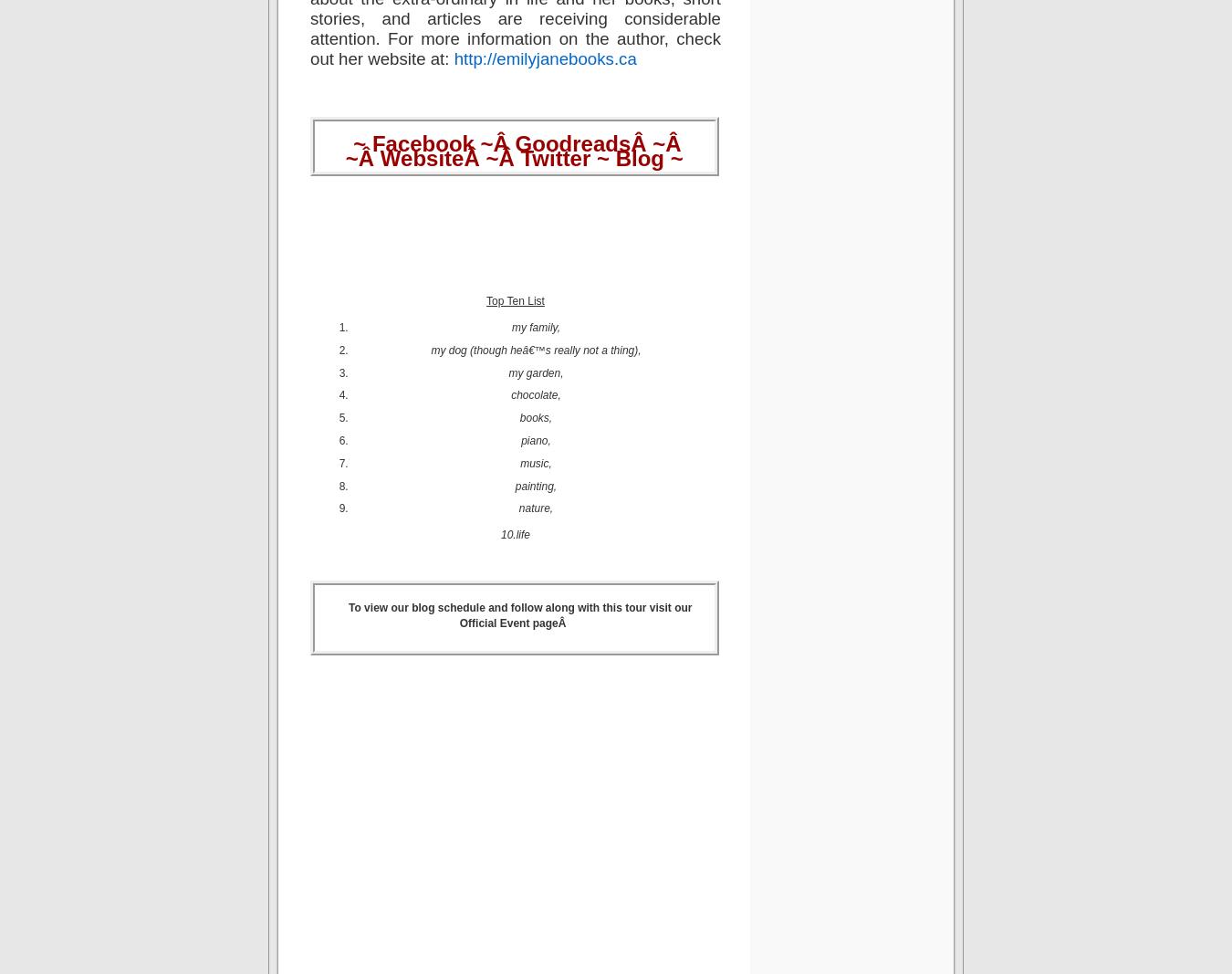  Describe the element at coordinates (535, 327) in the screenshot. I see `'my family,'` at that location.